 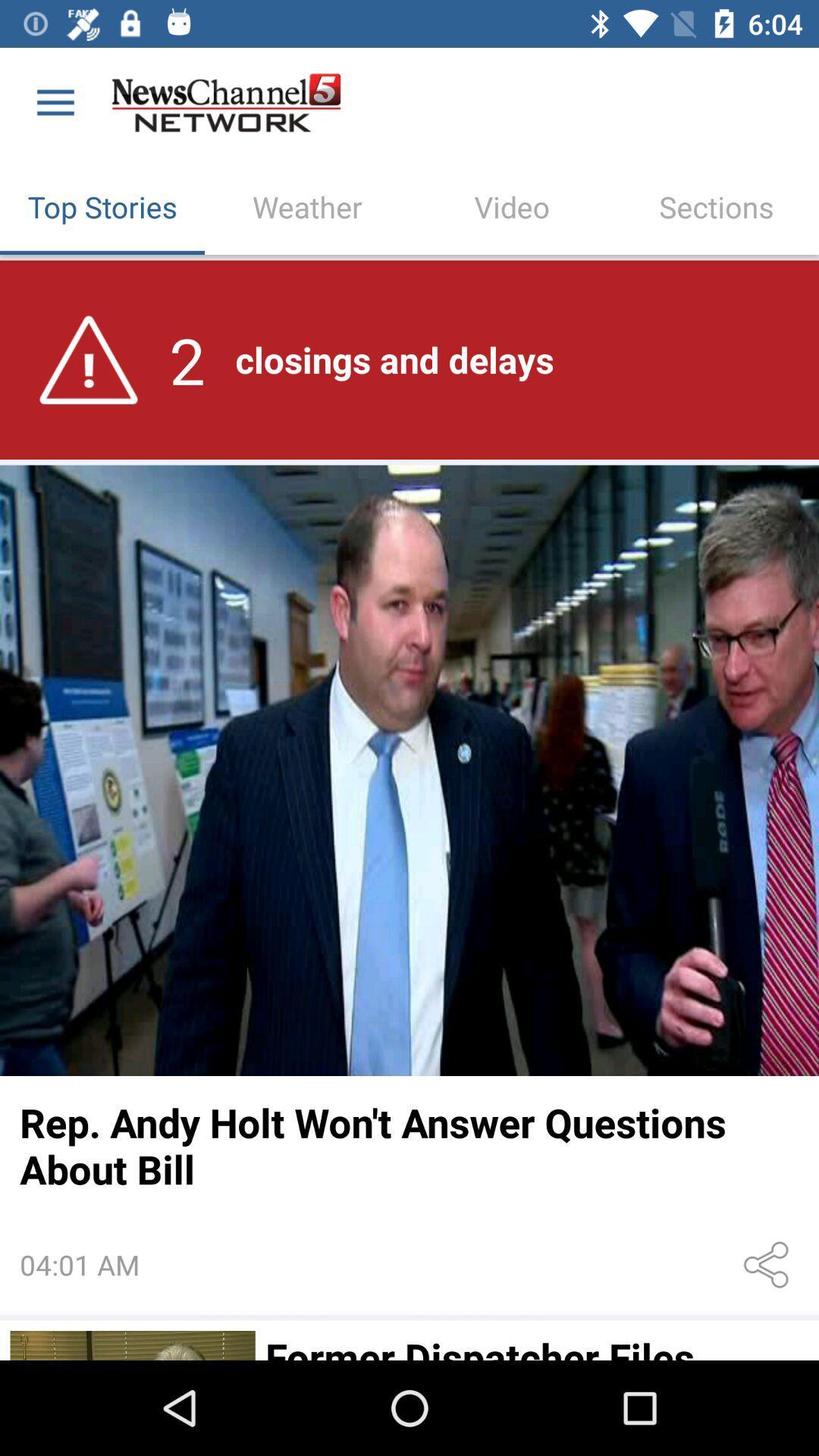 What do you see at coordinates (55, 102) in the screenshot?
I see `the icon above top stories item` at bounding box center [55, 102].